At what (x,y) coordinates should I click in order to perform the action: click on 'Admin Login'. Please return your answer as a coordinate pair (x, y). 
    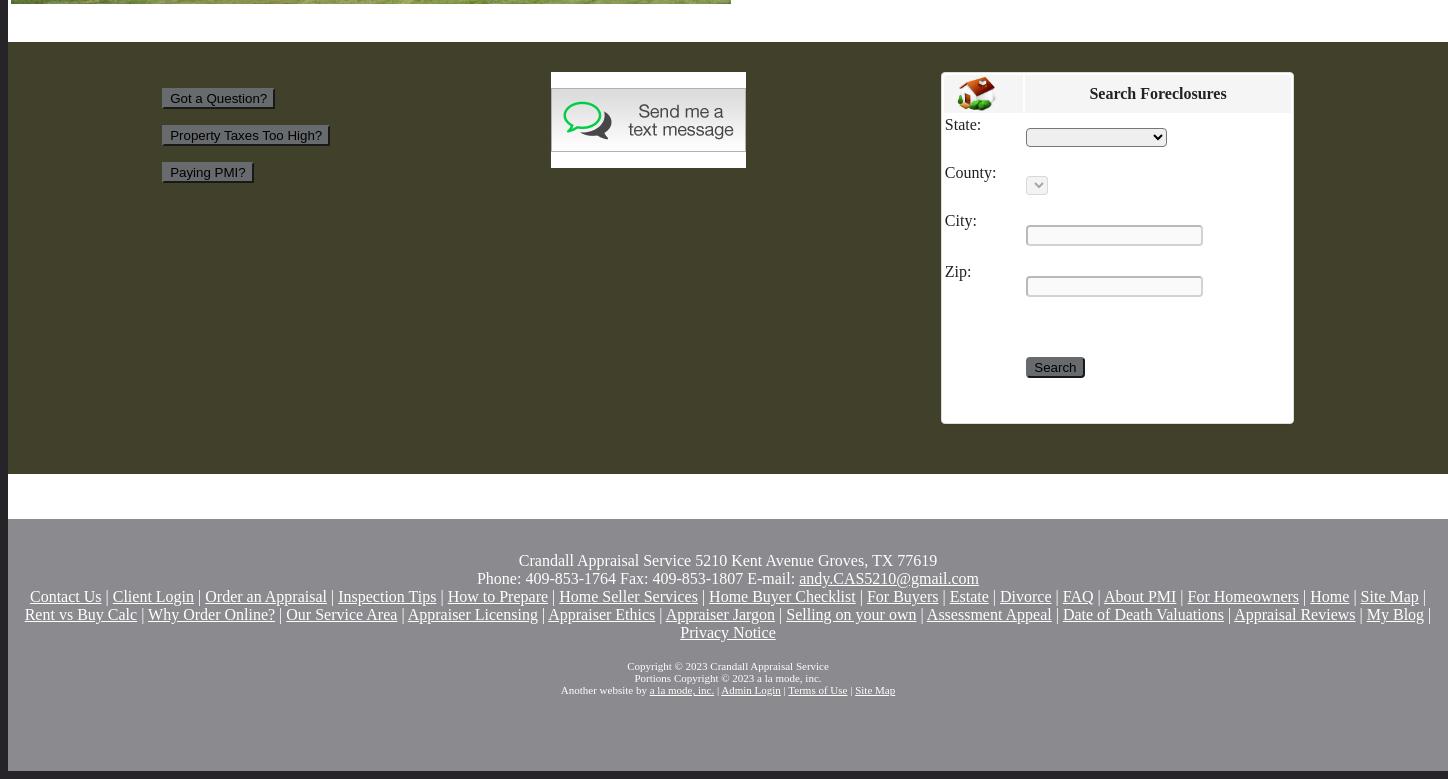
    Looking at the image, I should click on (750, 690).